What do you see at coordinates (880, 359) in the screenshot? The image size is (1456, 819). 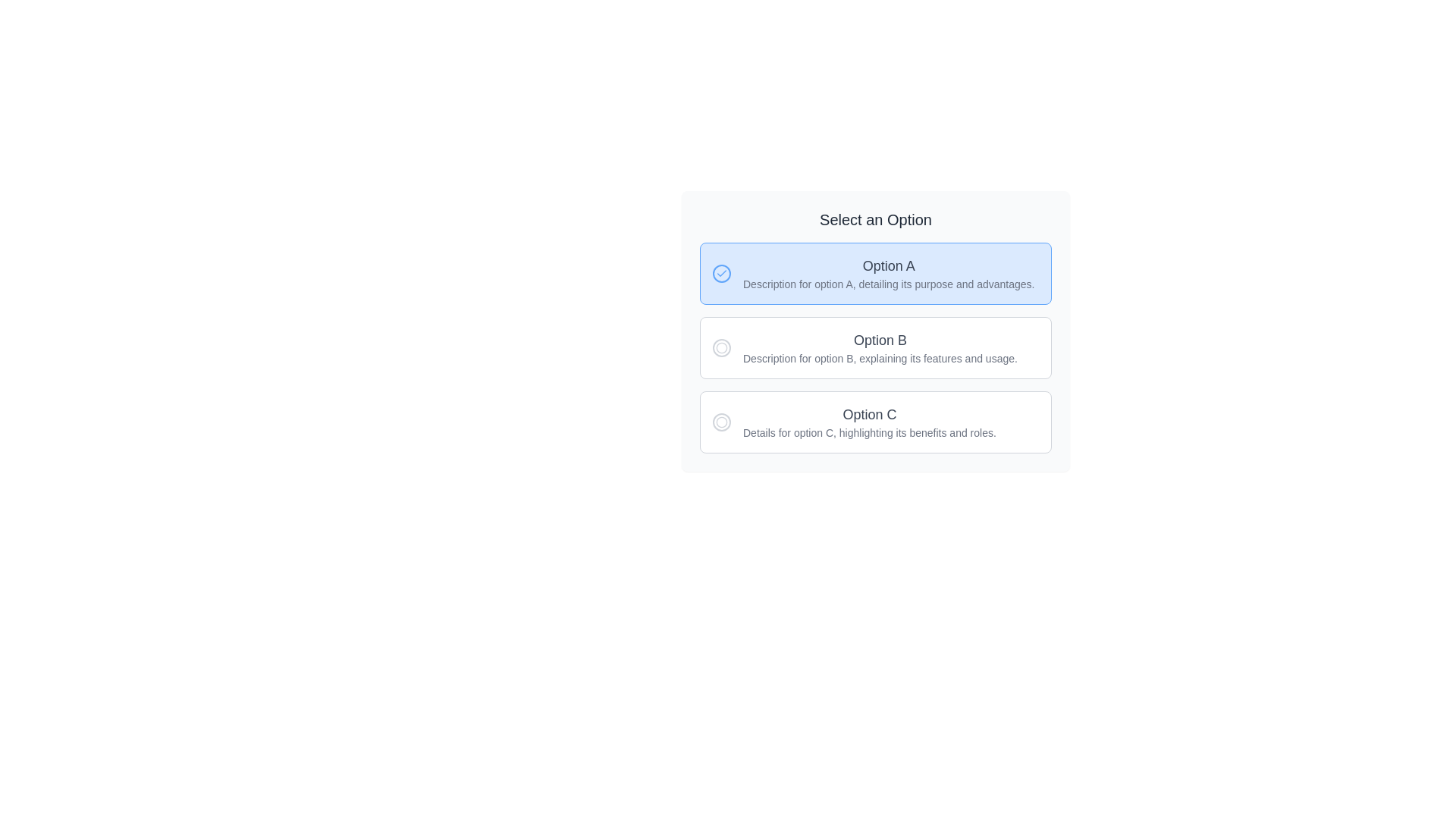 I see `the Text Label displaying 'Description for option B, explaining its features and usage.' located under the title 'Option B'` at bounding box center [880, 359].